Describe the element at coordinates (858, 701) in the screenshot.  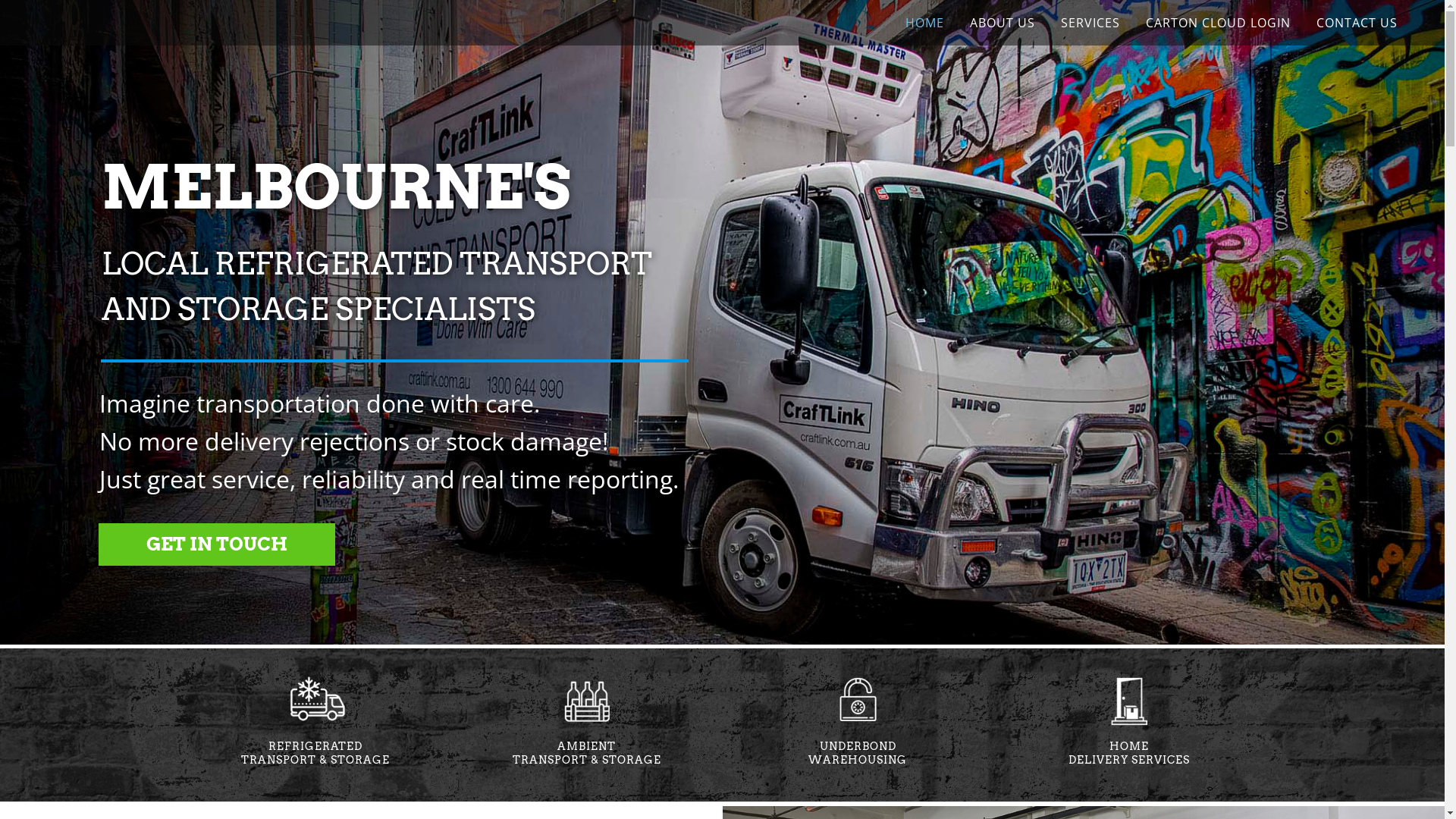
I see `'bonded storage icon'` at that location.